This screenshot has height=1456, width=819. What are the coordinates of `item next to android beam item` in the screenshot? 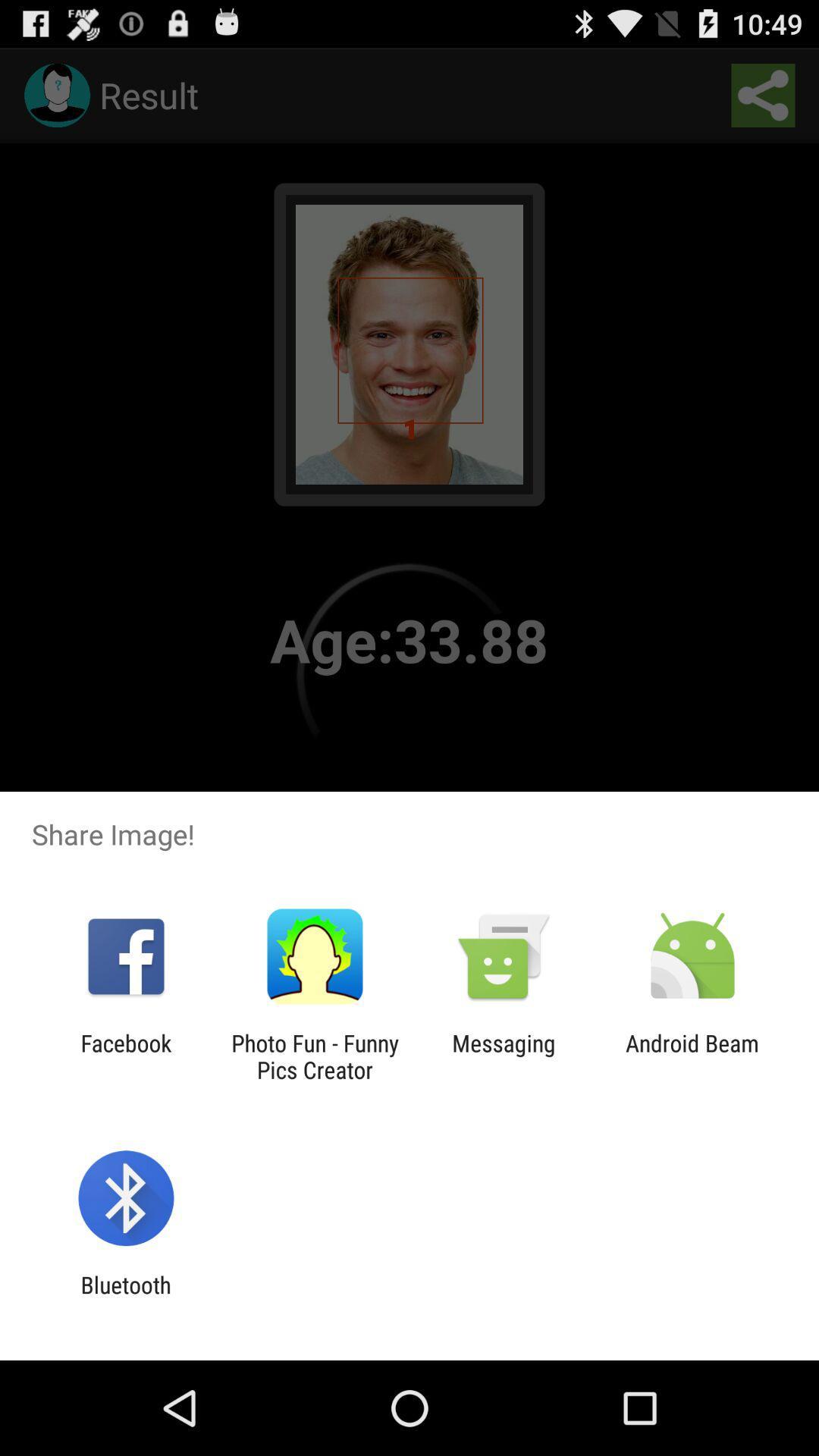 It's located at (504, 1056).